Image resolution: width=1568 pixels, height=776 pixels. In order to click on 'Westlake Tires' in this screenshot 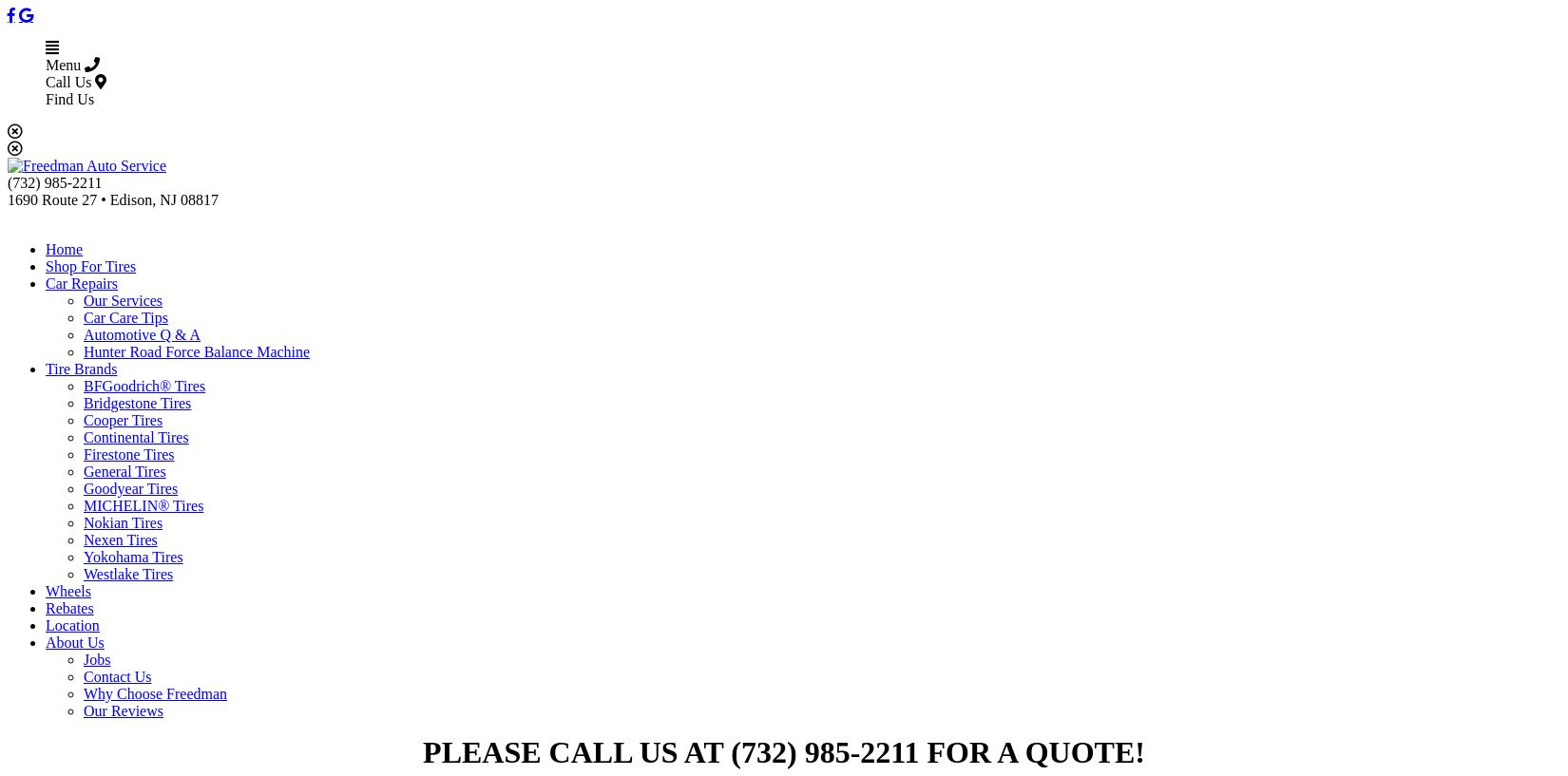, I will do `click(127, 574)`.